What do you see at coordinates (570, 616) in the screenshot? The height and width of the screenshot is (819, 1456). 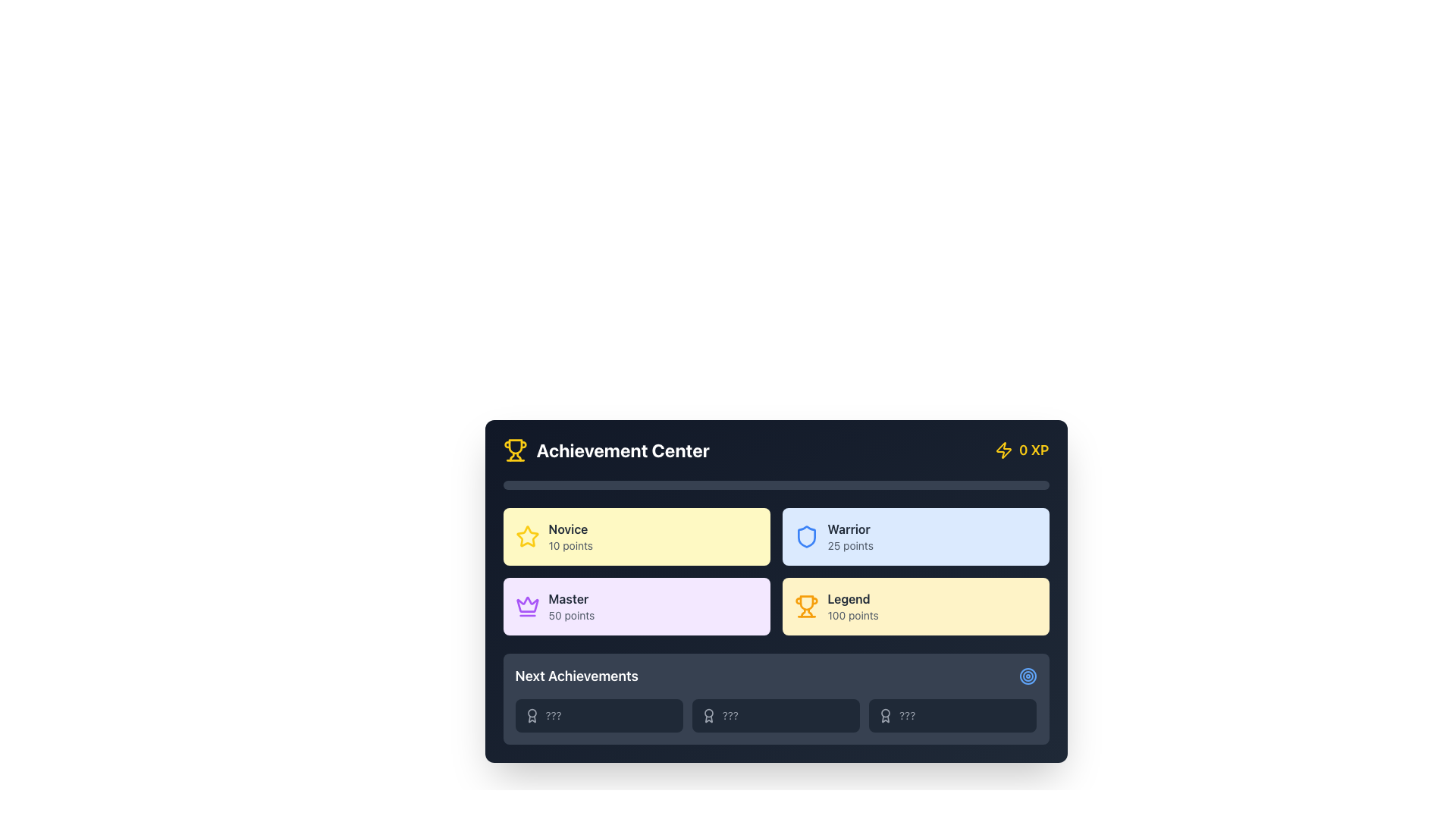 I see `the text label displaying '50 points' located within the purple section labeled 'Master' in the bottom-left quadrant of the achievement levels grid` at bounding box center [570, 616].